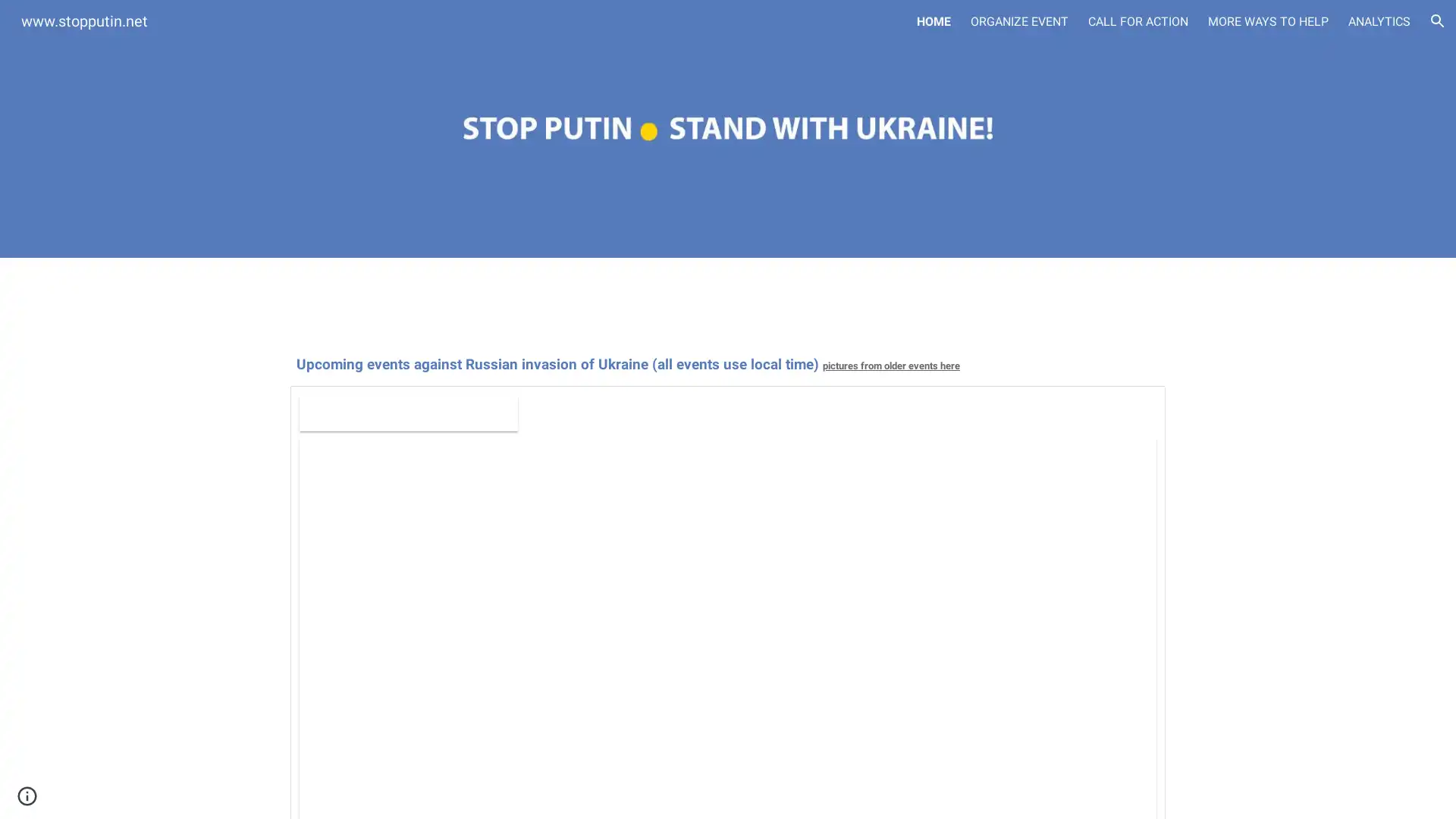 Image resolution: width=1456 pixels, height=819 pixels. Describe the element at coordinates (597, 28) in the screenshot. I see `Skip to main content` at that location.